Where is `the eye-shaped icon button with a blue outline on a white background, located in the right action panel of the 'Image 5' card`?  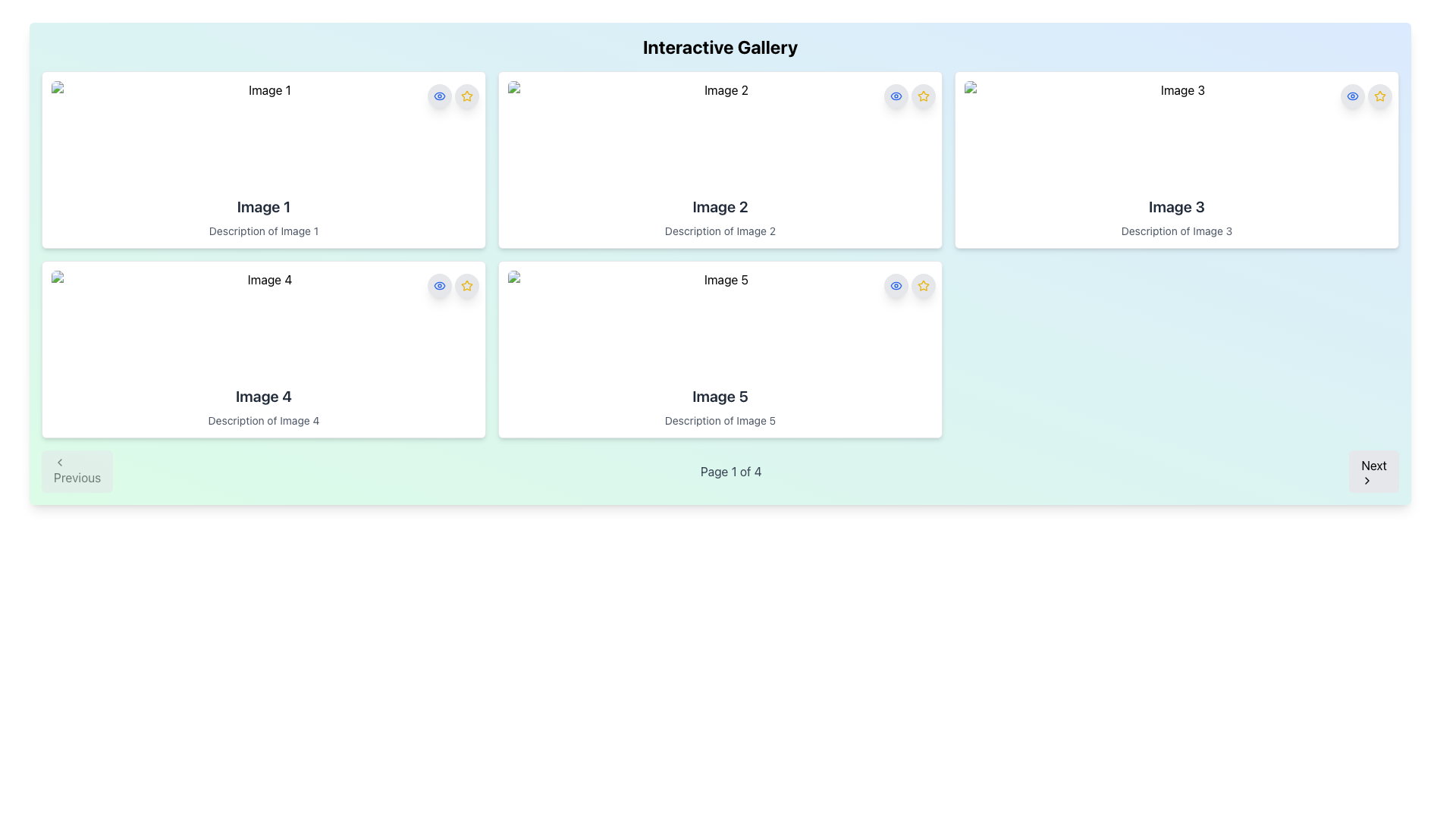
the eye-shaped icon button with a blue outline on a white background, located in the right action panel of the 'Image 5' card is located at coordinates (896, 286).